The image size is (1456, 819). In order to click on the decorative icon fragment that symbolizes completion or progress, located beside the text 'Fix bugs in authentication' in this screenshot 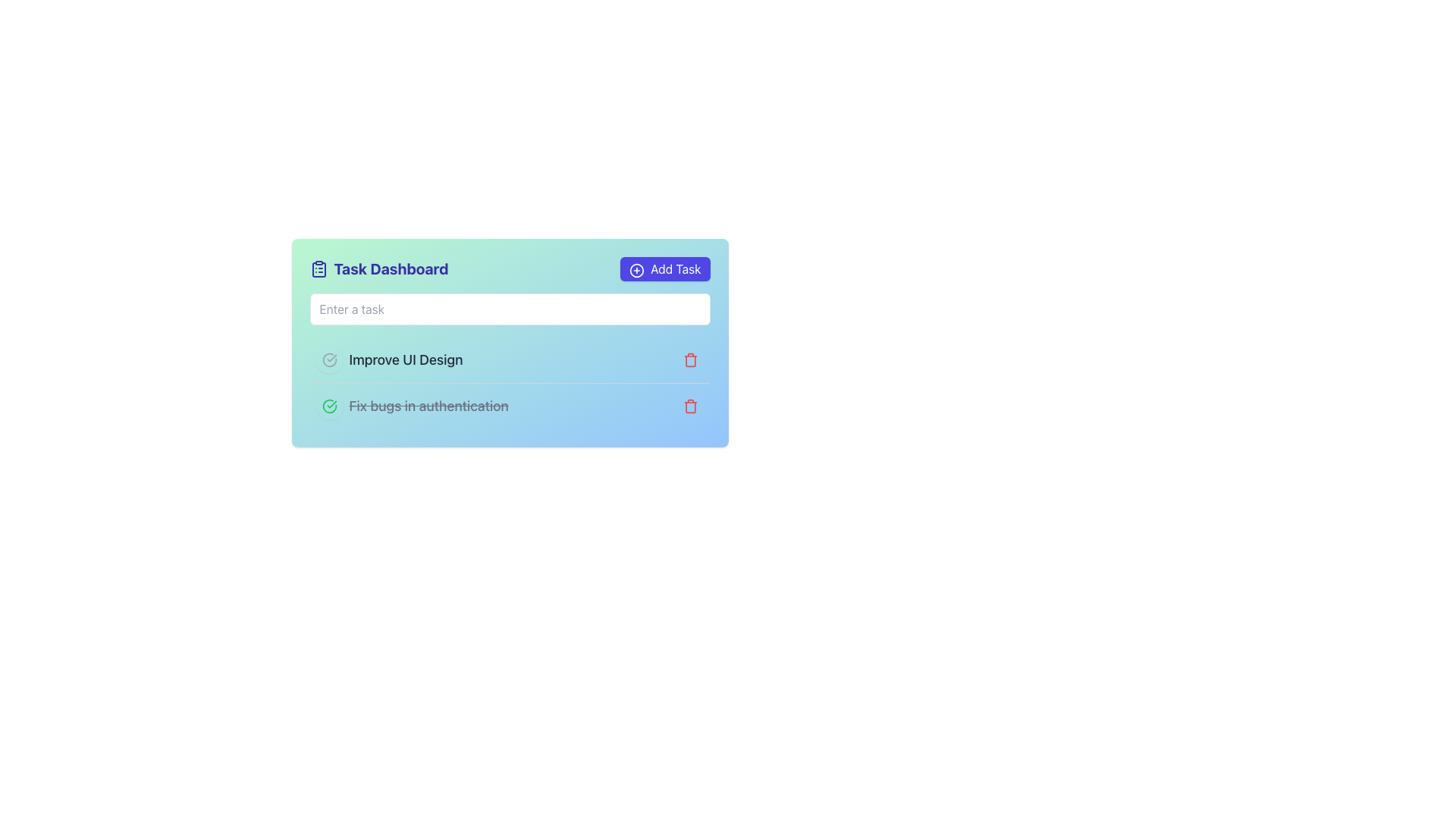, I will do `click(328, 359)`.